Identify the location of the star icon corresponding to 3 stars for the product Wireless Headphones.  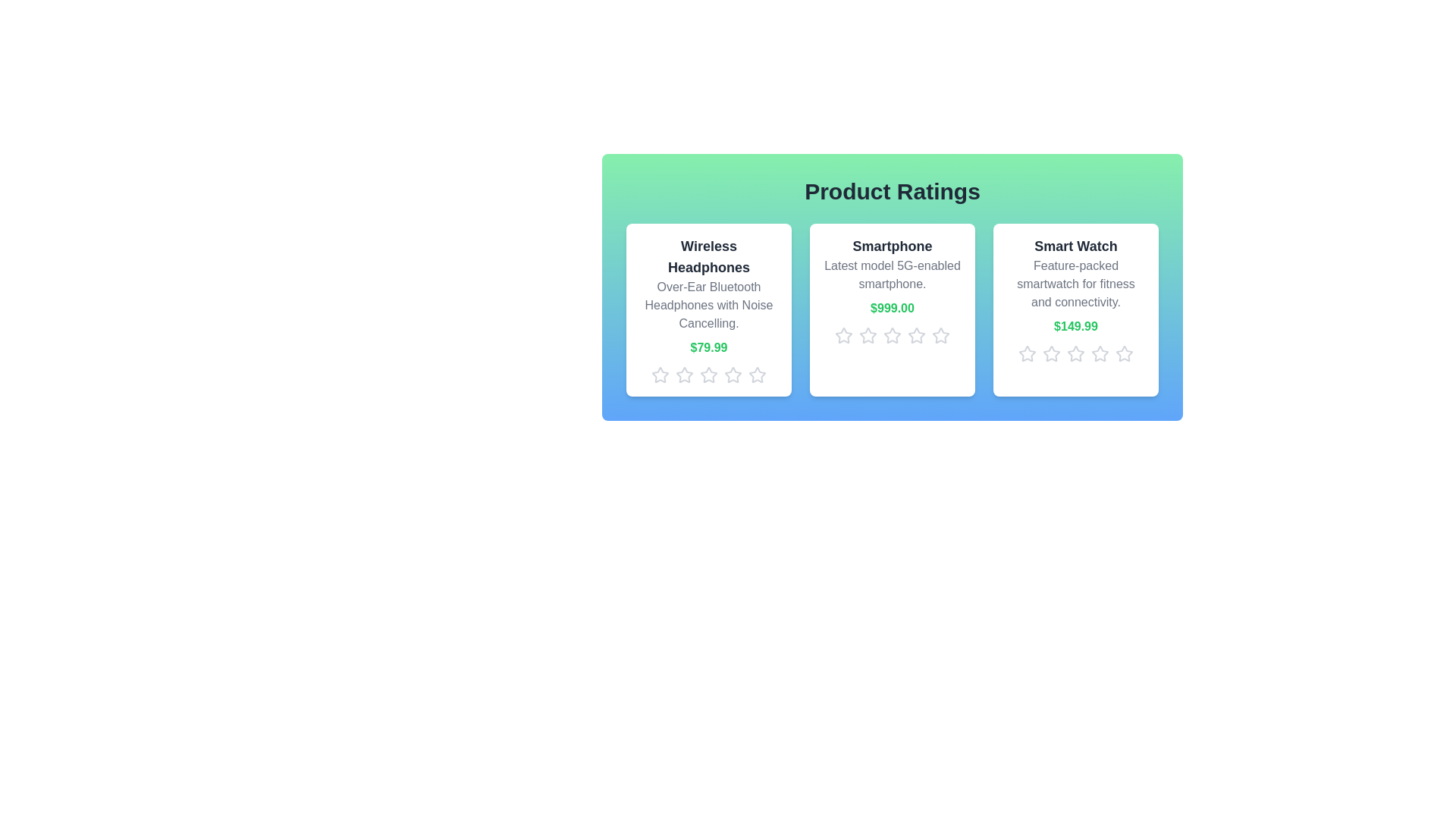
(708, 375).